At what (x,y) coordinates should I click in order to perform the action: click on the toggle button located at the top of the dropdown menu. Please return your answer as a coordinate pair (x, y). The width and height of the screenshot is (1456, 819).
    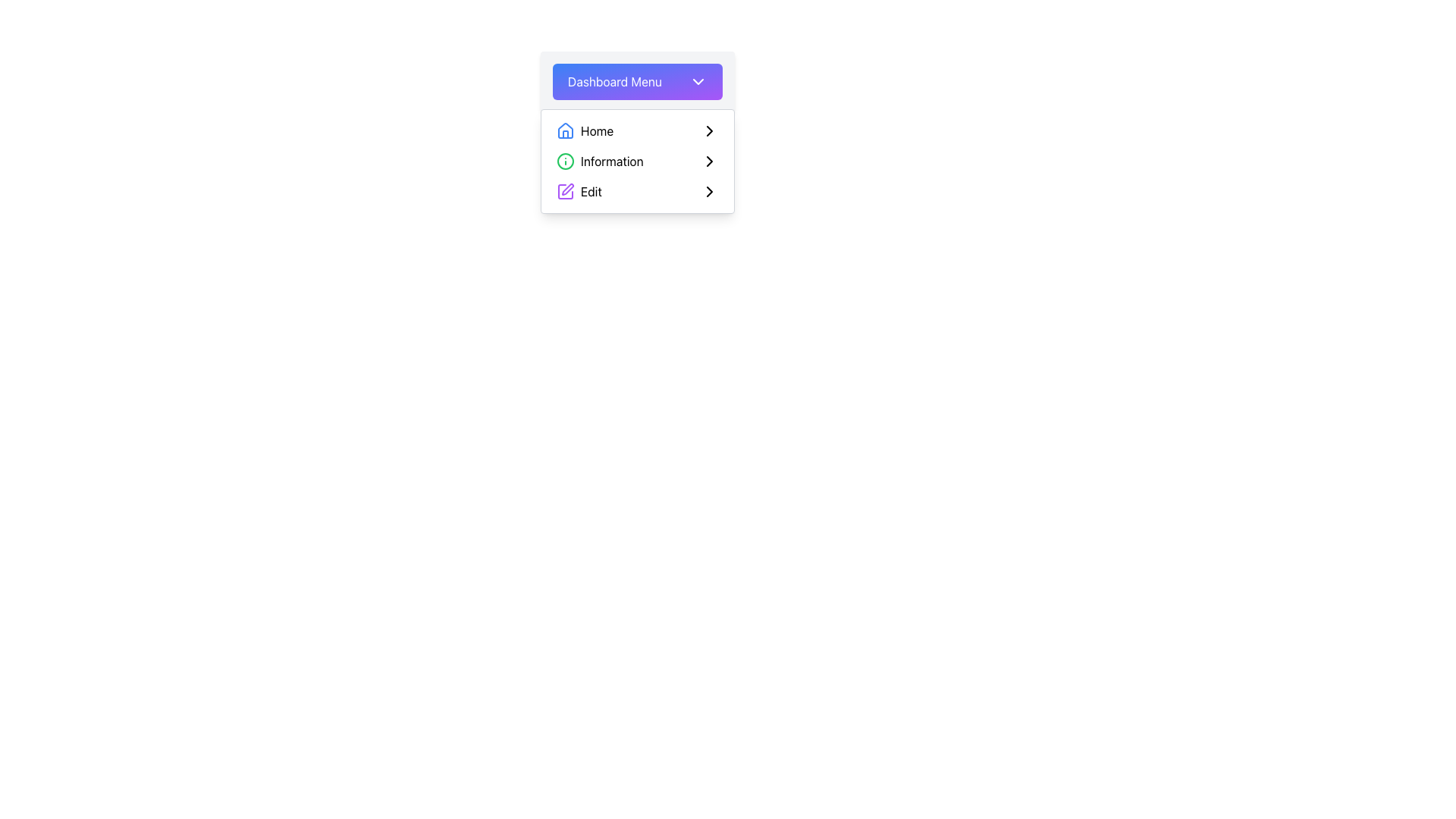
    Looking at the image, I should click on (637, 82).